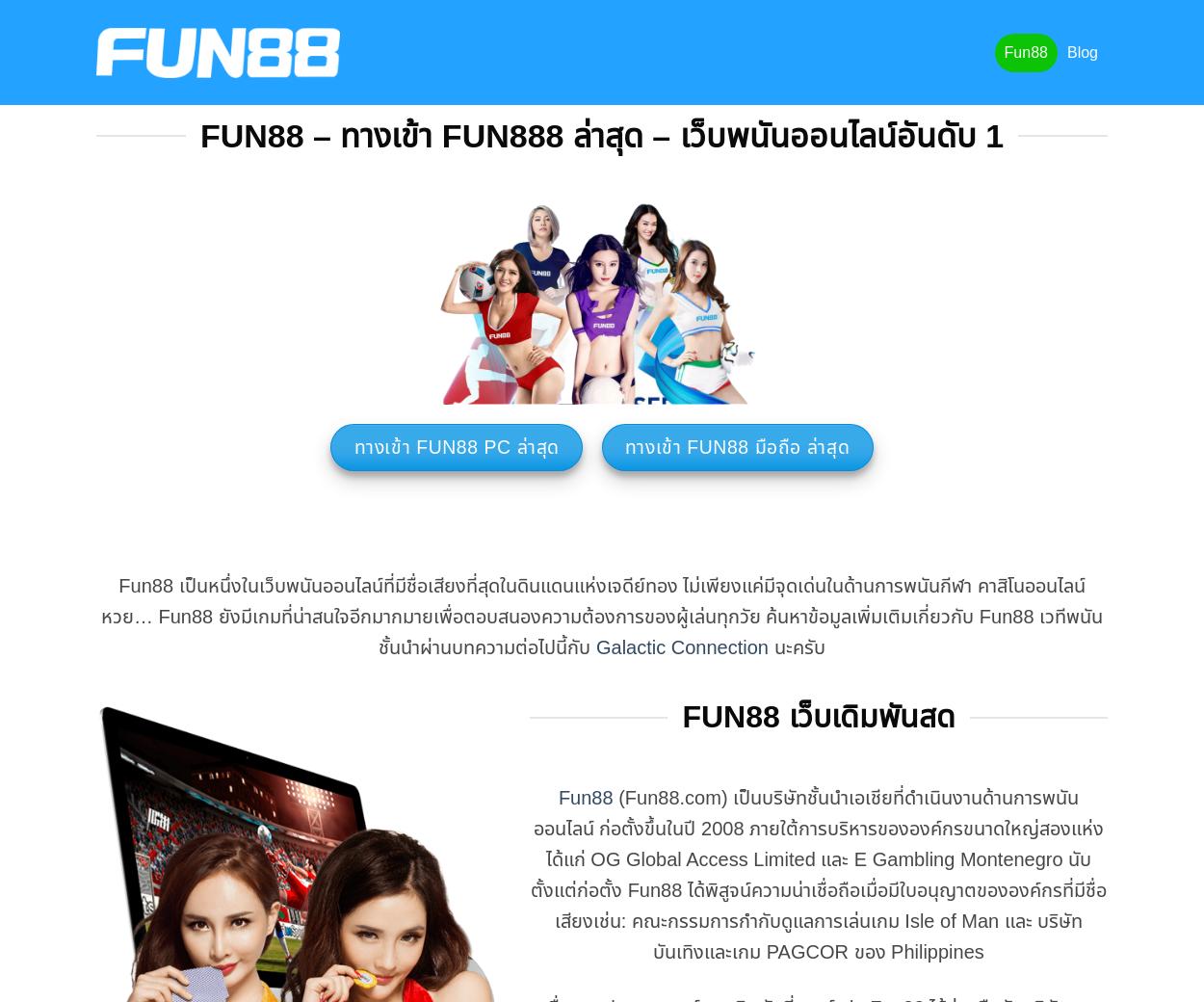  What do you see at coordinates (817, 857) in the screenshot?
I see `'(Fun88.com) เป็นบริษัทชั้นนำเอเชียที่ดำเนินงานด้านการพนันออนไลน์ ก่อตั้งขึ้นในปี 2008 ภายใต้การบริหารขององค์กรขนาดใหญ่สองแห่ง ได้แก่ OG Global Access Limited และ E Gambling Montenegro นับตั้งแต่ก่อตั้ง Fun88 ได้พิสูจน์ความน่าเชื่อถือเมื่อมีใบอนุญาตขององค์กรที่มีชื่อเสียงเช่น: คณะกรรมการกำกับดูแลการเล่นเกม'` at bounding box center [817, 857].